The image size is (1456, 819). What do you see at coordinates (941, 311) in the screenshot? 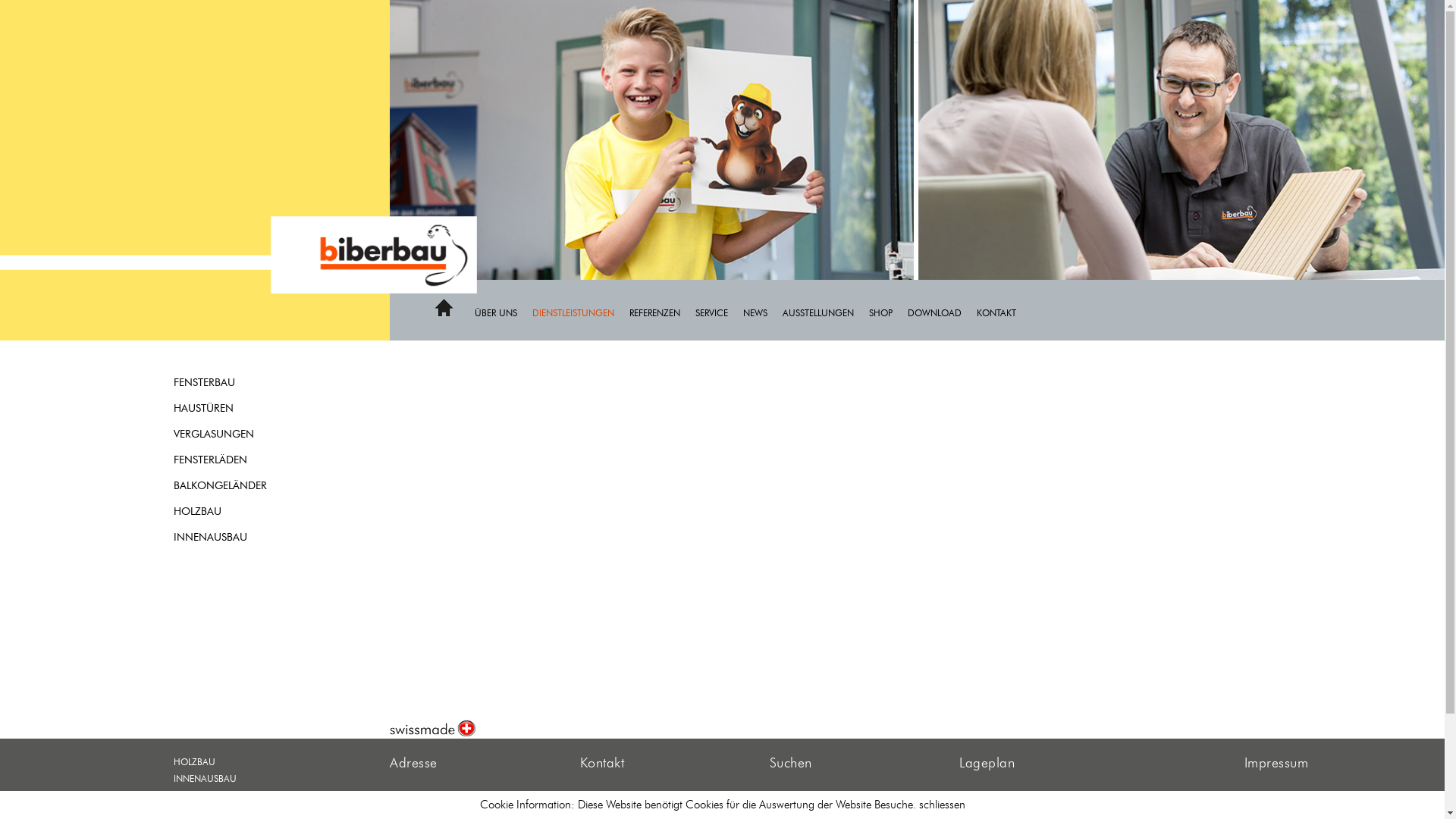
I see `'DOWNLOAD'` at bounding box center [941, 311].